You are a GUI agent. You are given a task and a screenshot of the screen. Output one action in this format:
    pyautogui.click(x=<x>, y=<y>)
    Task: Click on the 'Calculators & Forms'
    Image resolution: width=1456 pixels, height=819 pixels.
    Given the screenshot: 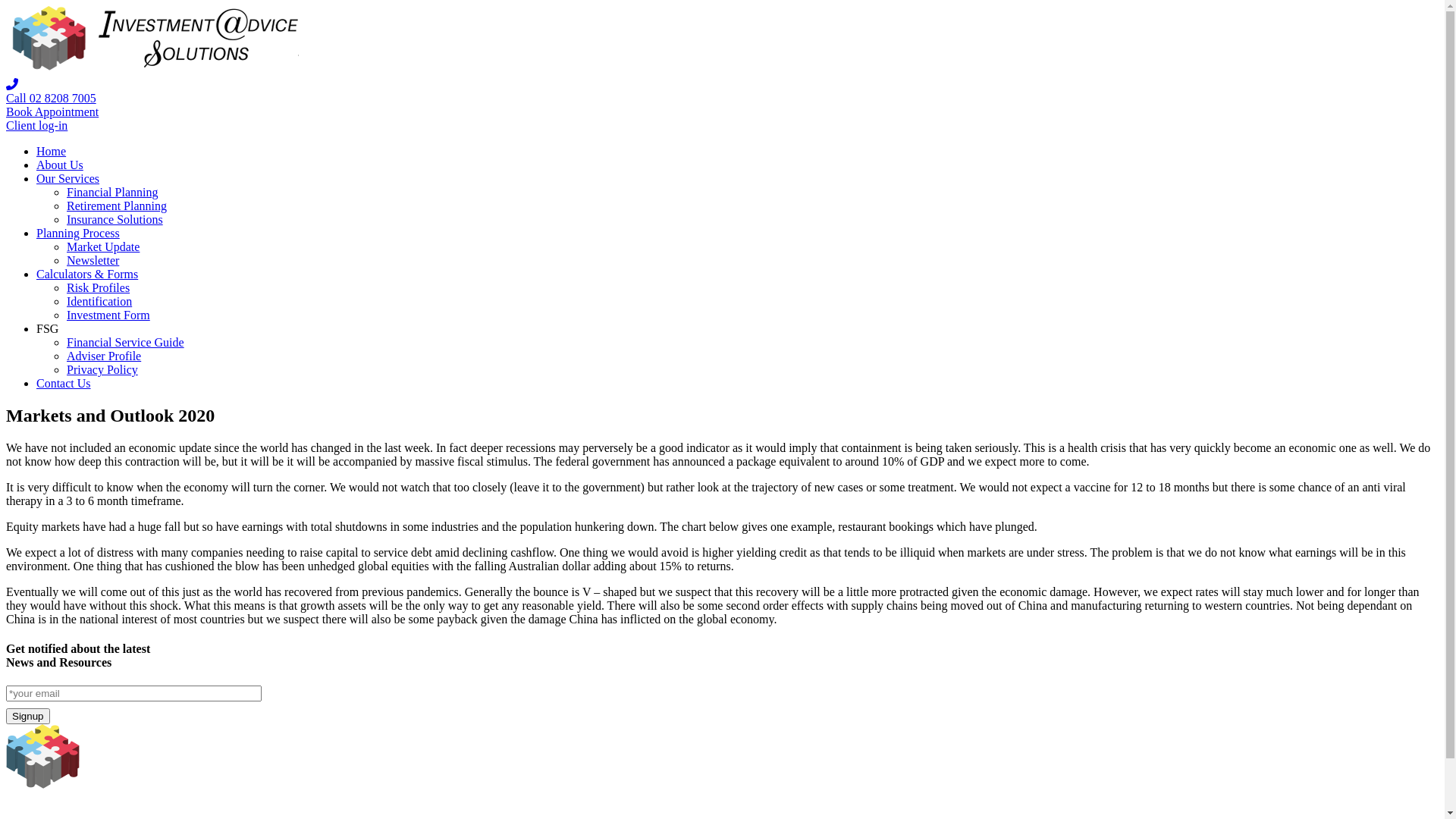 What is the action you would take?
    pyautogui.click(x=86, y=274)
    